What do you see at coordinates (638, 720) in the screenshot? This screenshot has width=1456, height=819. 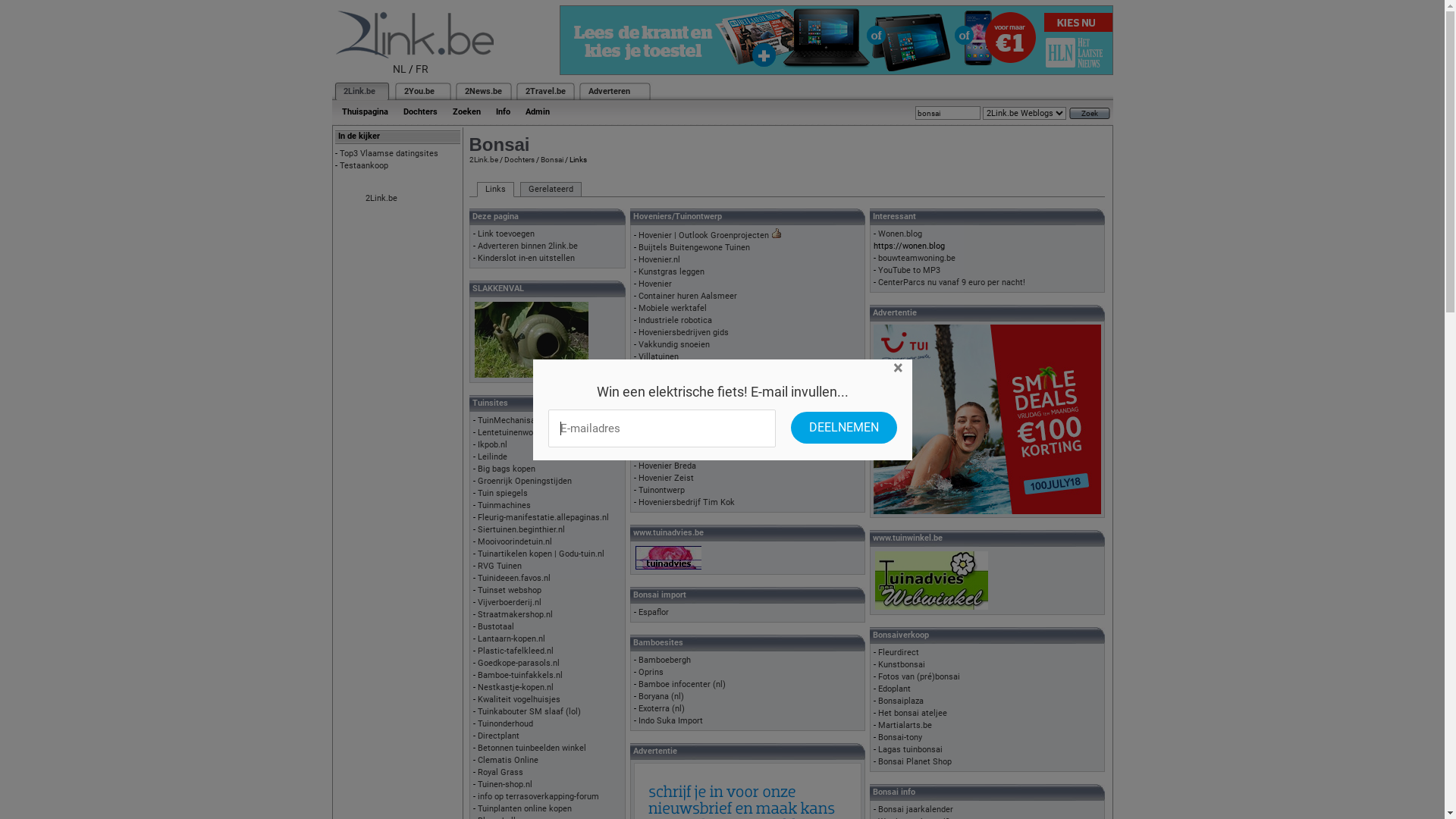 I see `'Indo Suka Import'` at bounding box center [638, 720].